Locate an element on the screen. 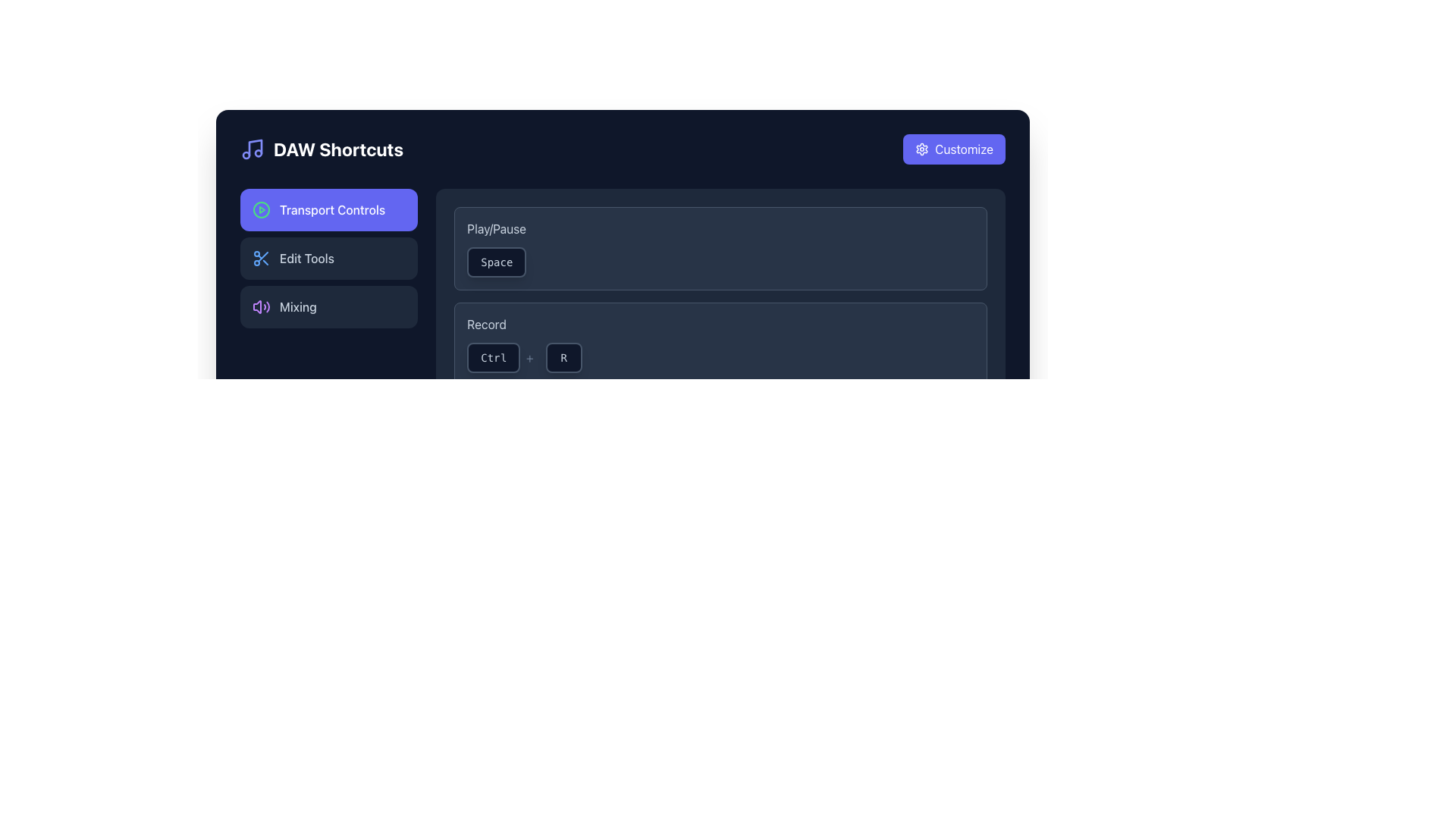 This screenshot has height=819, width=1456. the play/transport controls icon located inside the Transport Controls button, specifically to the left of the text label in the left navigation sidebar is located at coordinates (262, 210).